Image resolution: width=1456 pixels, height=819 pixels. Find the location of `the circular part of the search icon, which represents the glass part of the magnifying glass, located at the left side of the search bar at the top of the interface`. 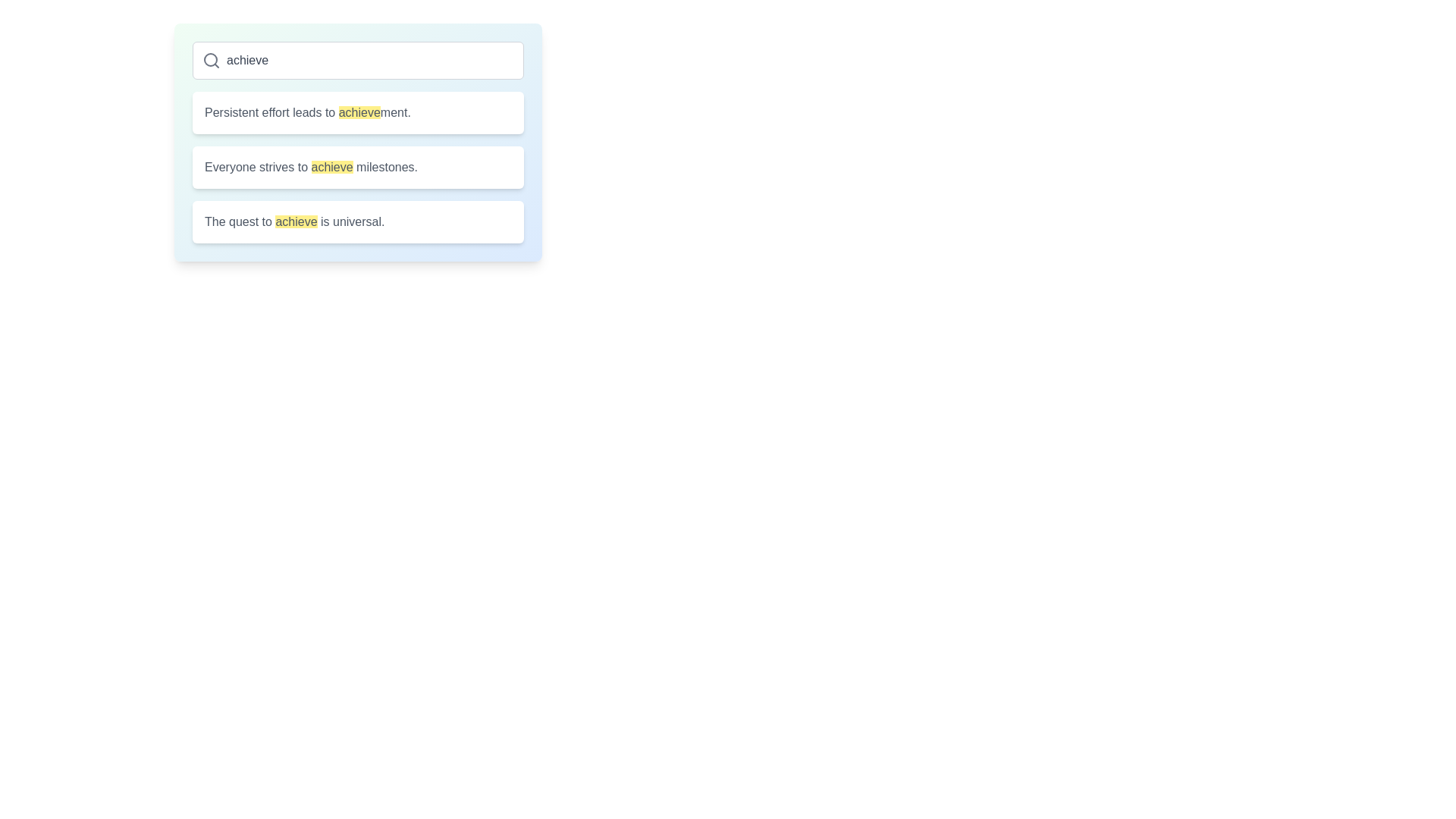

the circular part of the search icon, which represents the glass part of the magnifying glass, located at the left side of the search bar at the top of the interface is located at coordinates (210, 58).